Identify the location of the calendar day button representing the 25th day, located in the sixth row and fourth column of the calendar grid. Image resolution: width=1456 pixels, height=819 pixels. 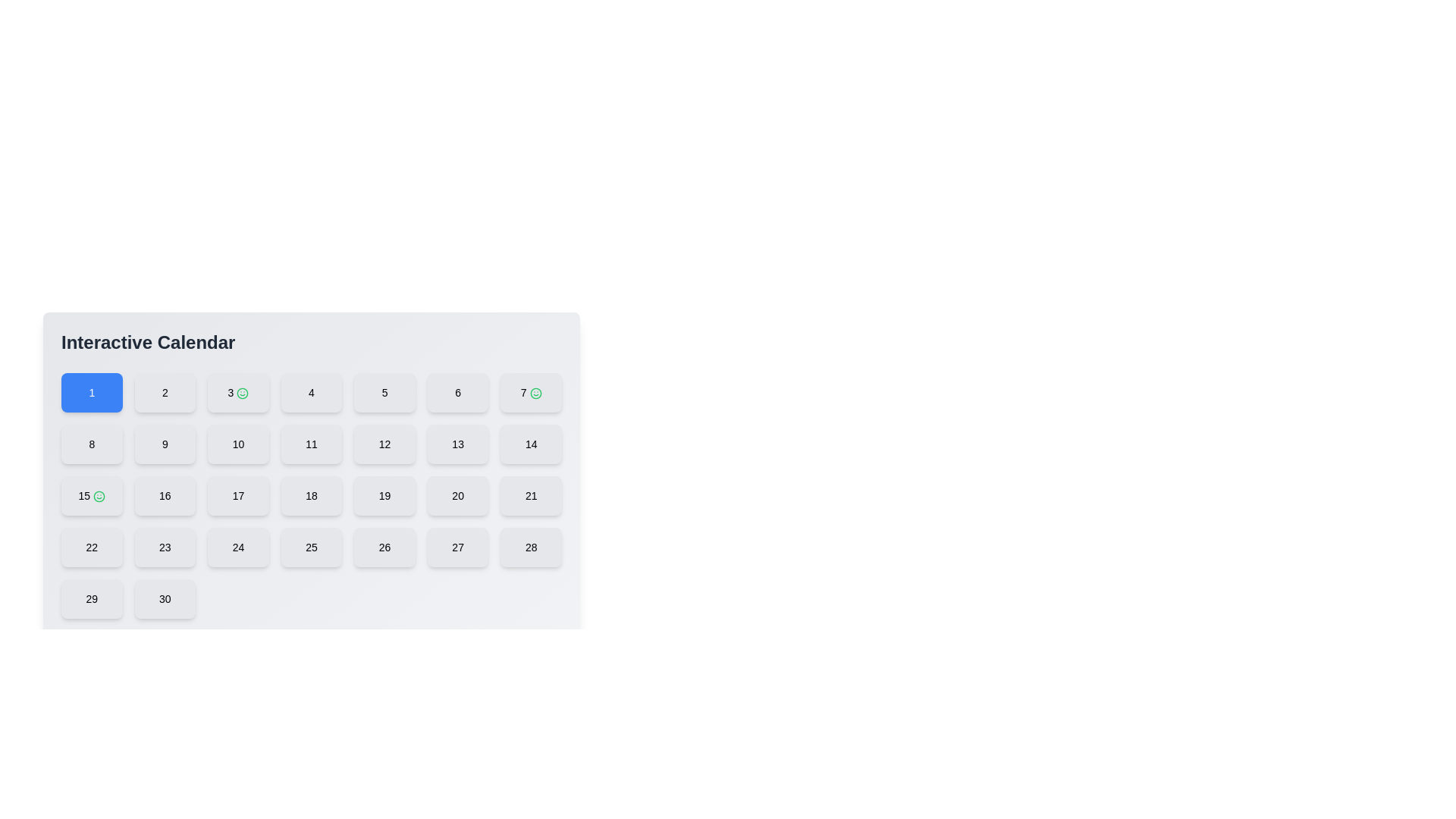
(311, 547).